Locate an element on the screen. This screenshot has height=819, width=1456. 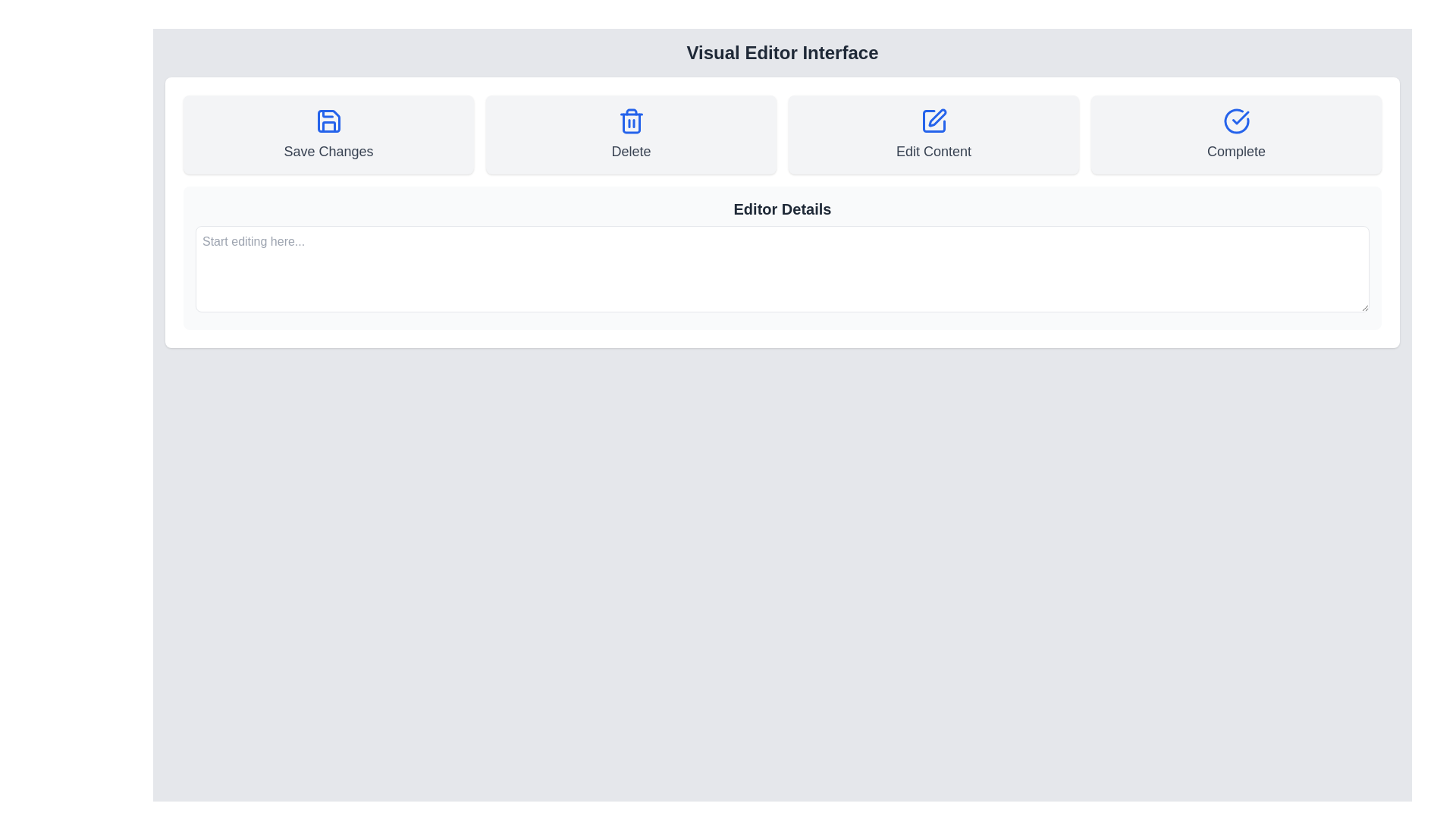
the 'Save Changes' button which contains a floppy disk icon, located in the upper-left section of the UI is located at coordinates (328, 120).